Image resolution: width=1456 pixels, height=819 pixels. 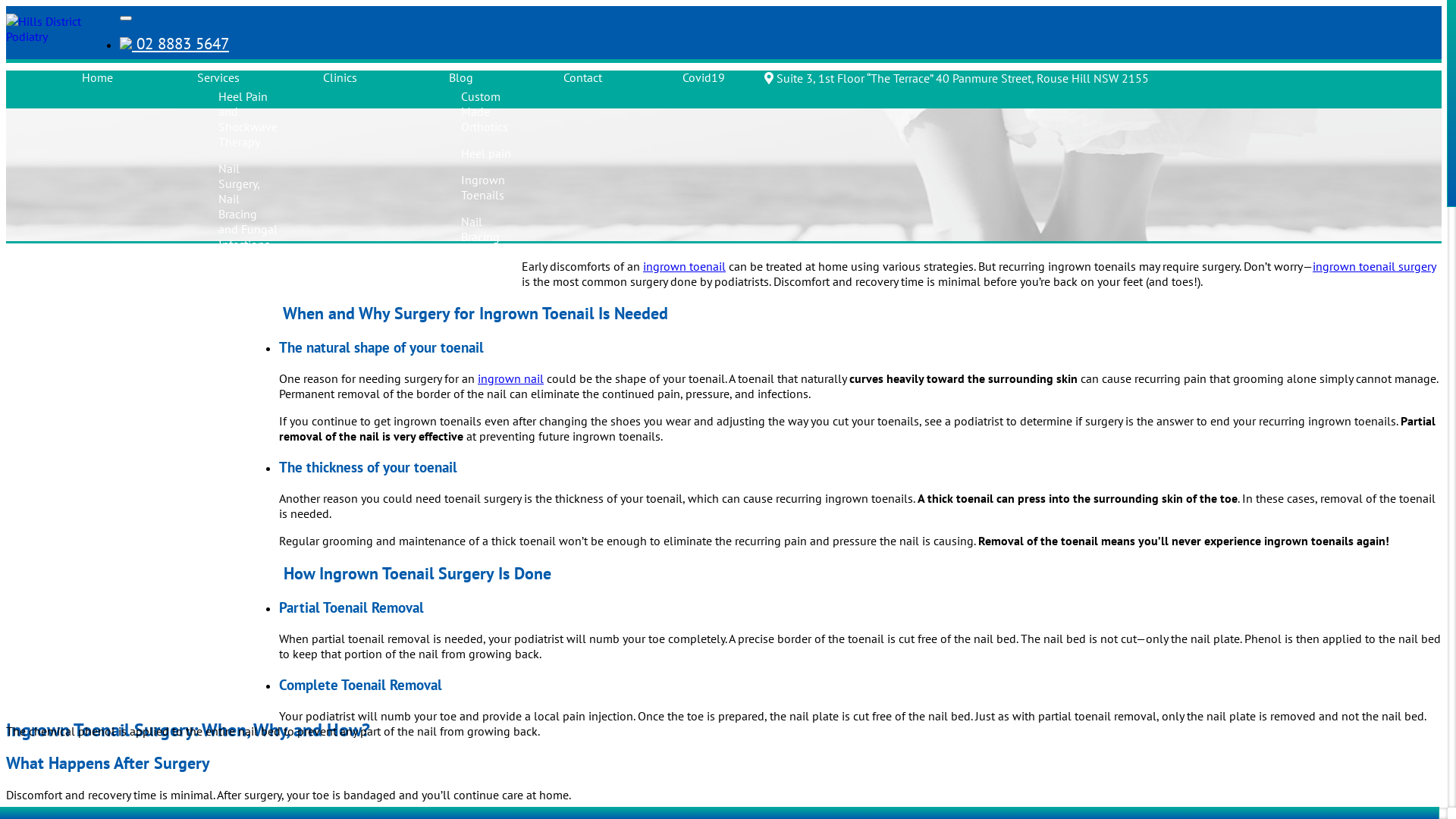 What do you see at coordinates (218, 118) in the screenshot?
I see `'Heel Pain and Shockwave Therapy'` at bounding box center [218, 118].